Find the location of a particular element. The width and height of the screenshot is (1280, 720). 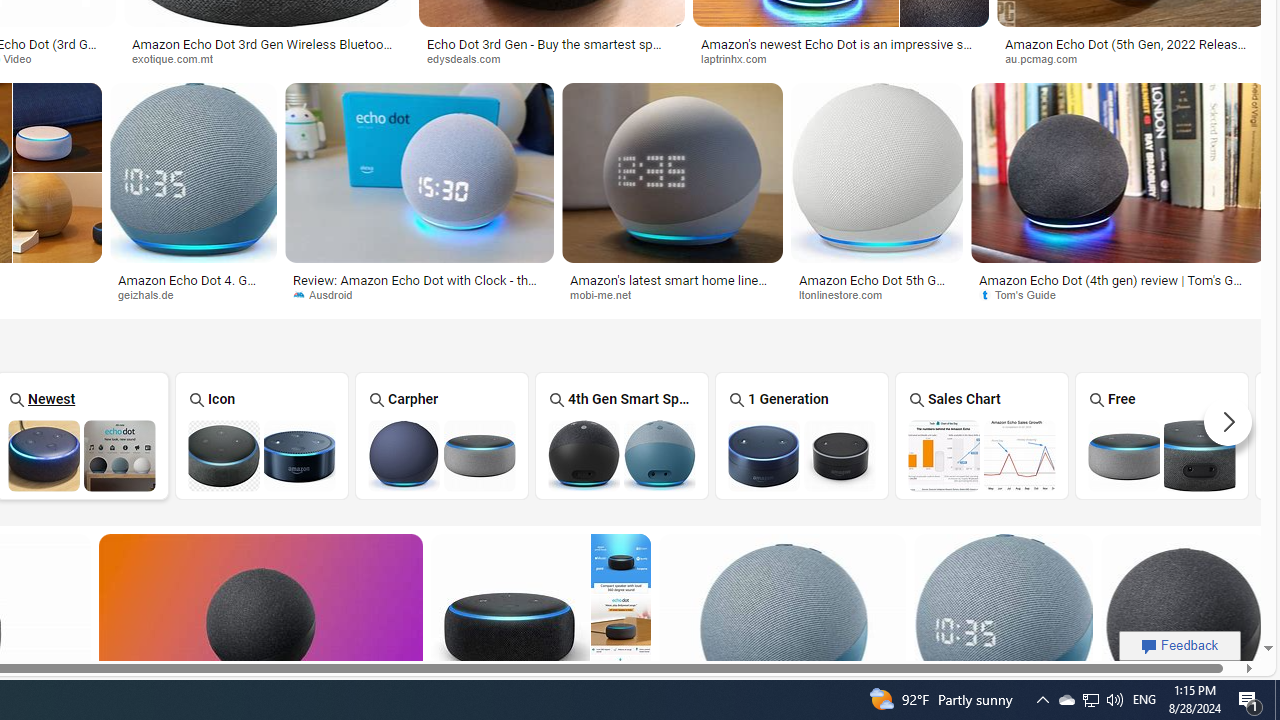

'Free Amazon Echo Dot' is located at coordinates (1162, 455).